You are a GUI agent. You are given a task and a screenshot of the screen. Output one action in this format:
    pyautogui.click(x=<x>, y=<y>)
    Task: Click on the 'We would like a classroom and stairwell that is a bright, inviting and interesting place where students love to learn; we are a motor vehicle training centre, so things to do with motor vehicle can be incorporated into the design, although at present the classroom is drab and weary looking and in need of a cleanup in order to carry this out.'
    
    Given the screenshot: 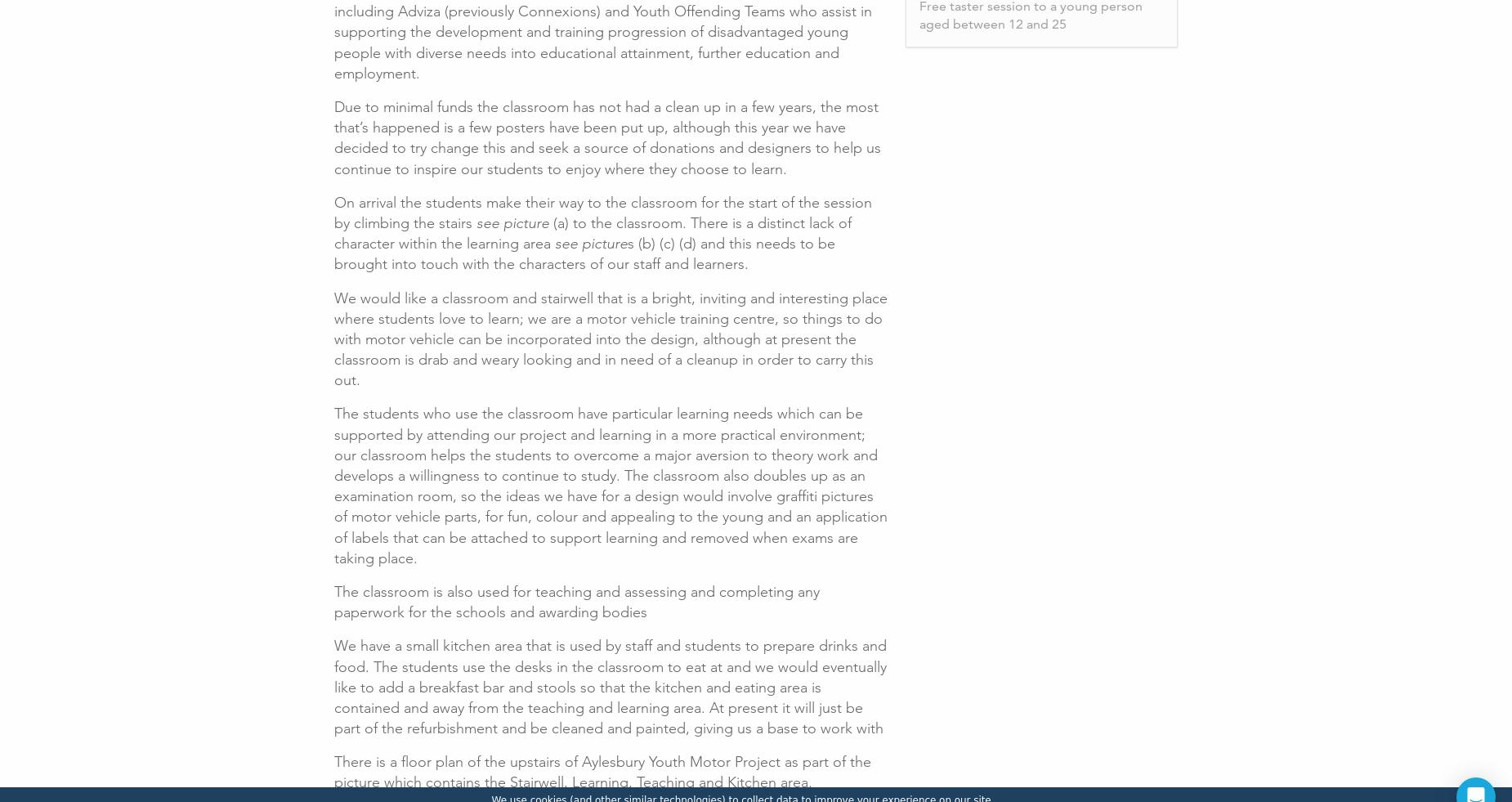 What is the action you would take?
    pyautogui.click(x=333, y=338)
    